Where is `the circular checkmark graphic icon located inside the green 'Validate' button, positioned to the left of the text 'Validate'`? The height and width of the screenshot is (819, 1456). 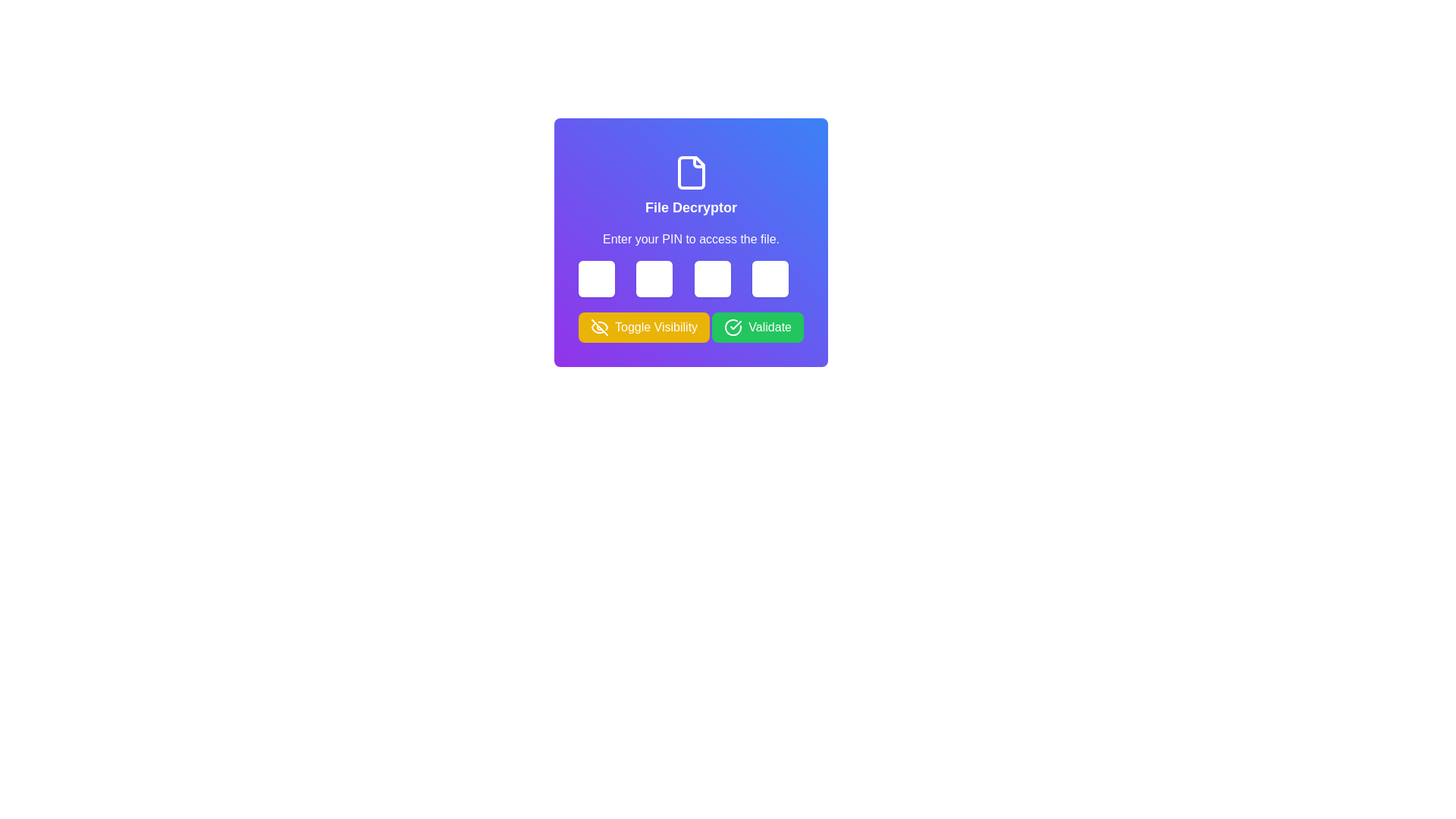
the circular checkmark graphic icon located inside the green 'Validate' button, positioned to the left of the text 'Validate' is located at coordinates (733, 327).